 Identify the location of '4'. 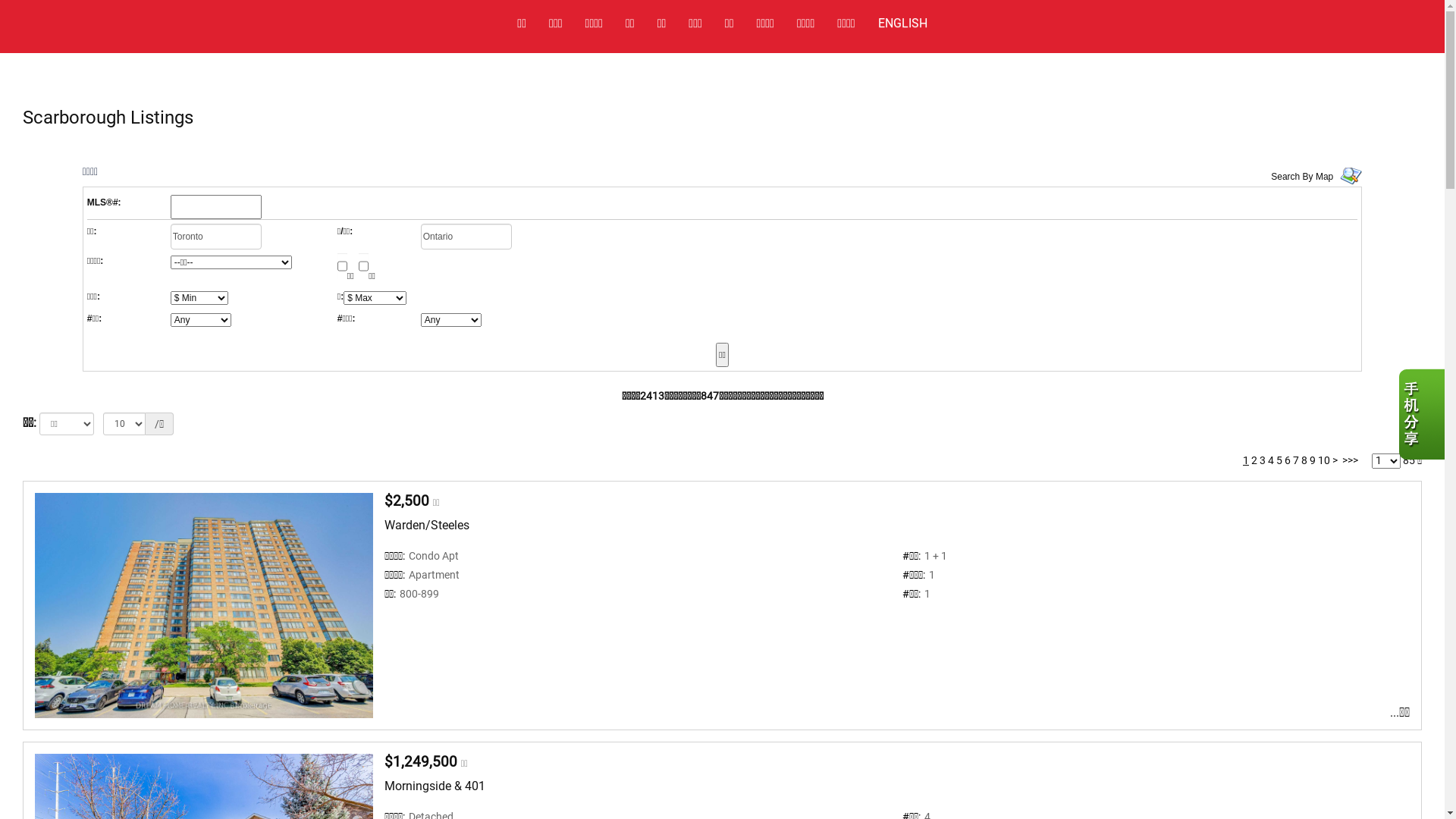
(1270, 459).